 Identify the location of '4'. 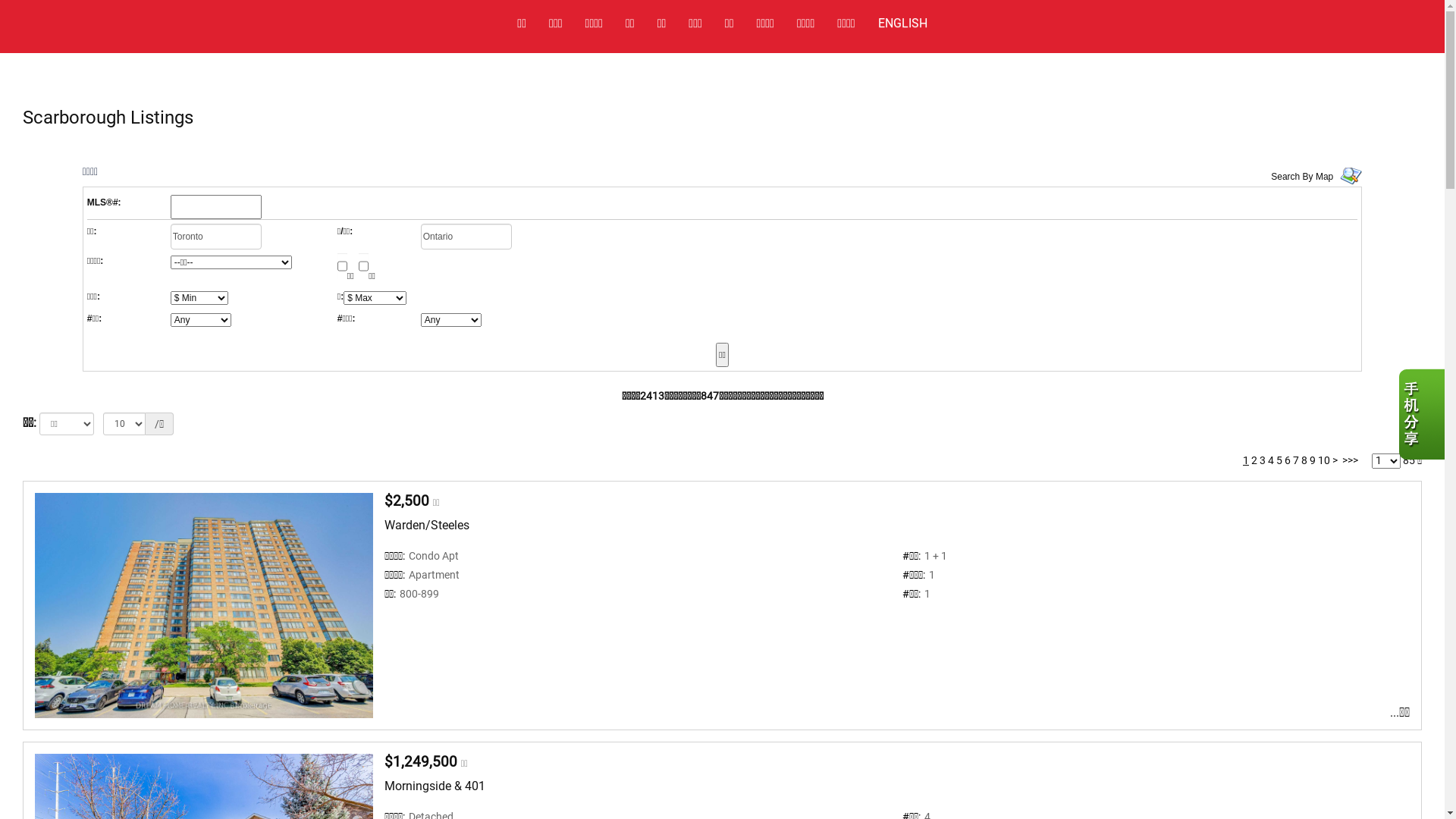
(1270, 459).